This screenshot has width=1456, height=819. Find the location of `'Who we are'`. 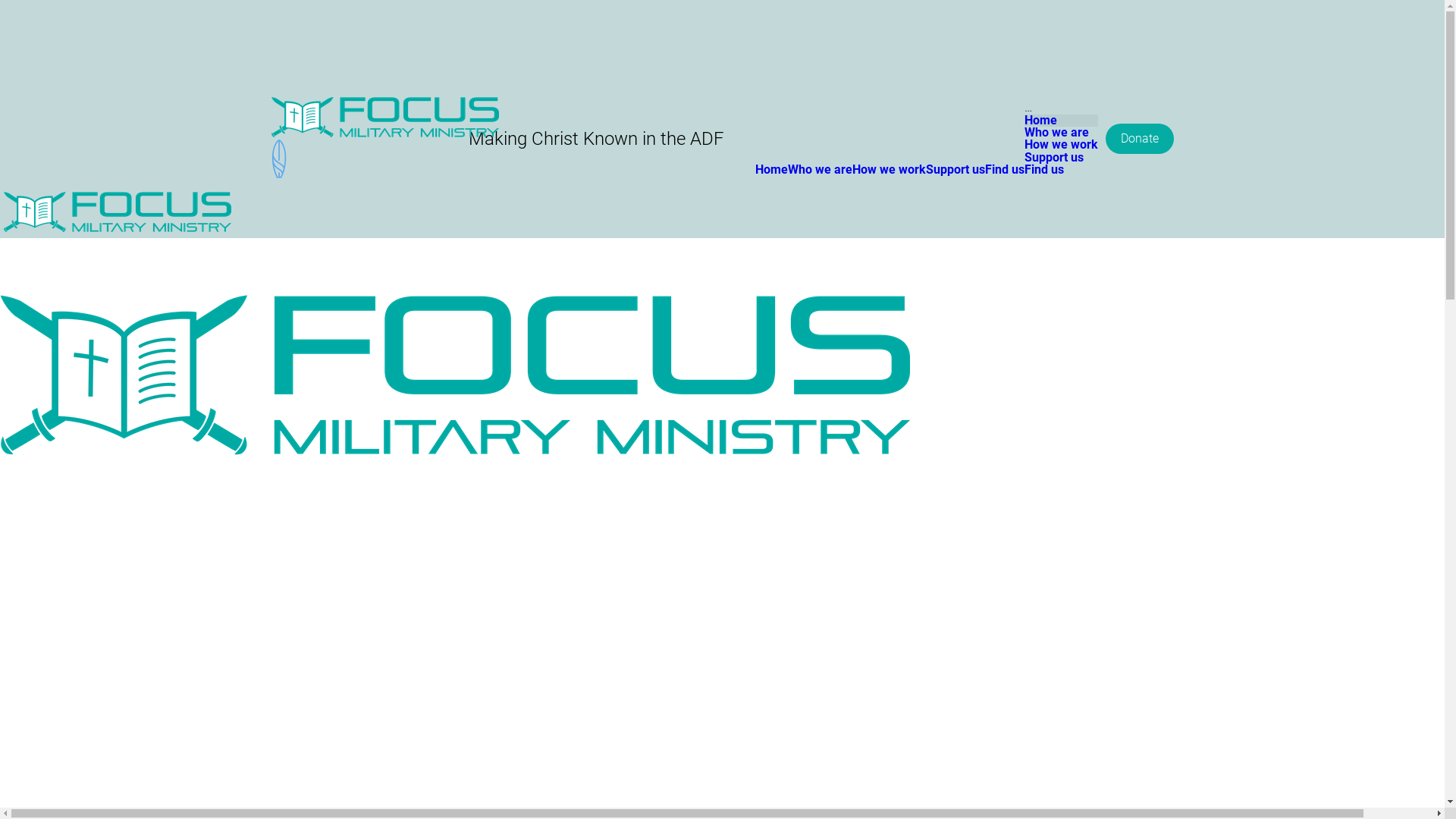

'Who we are' is located at coordinates (818, 169).